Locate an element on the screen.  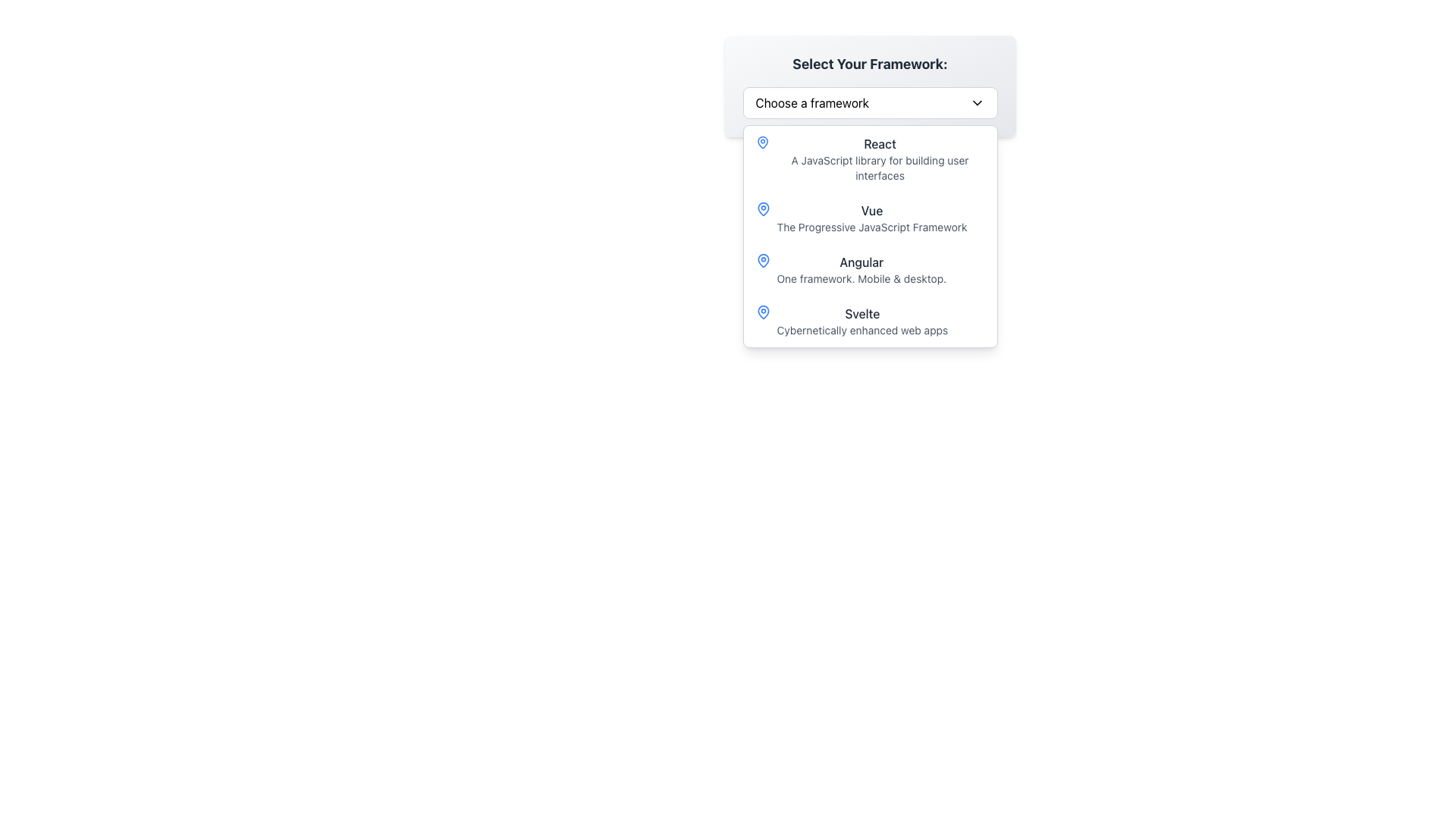
descriptive text below the 'React' heading in the dropdown list, which provides additional context about the React framework is located at coordinates (880, 168).